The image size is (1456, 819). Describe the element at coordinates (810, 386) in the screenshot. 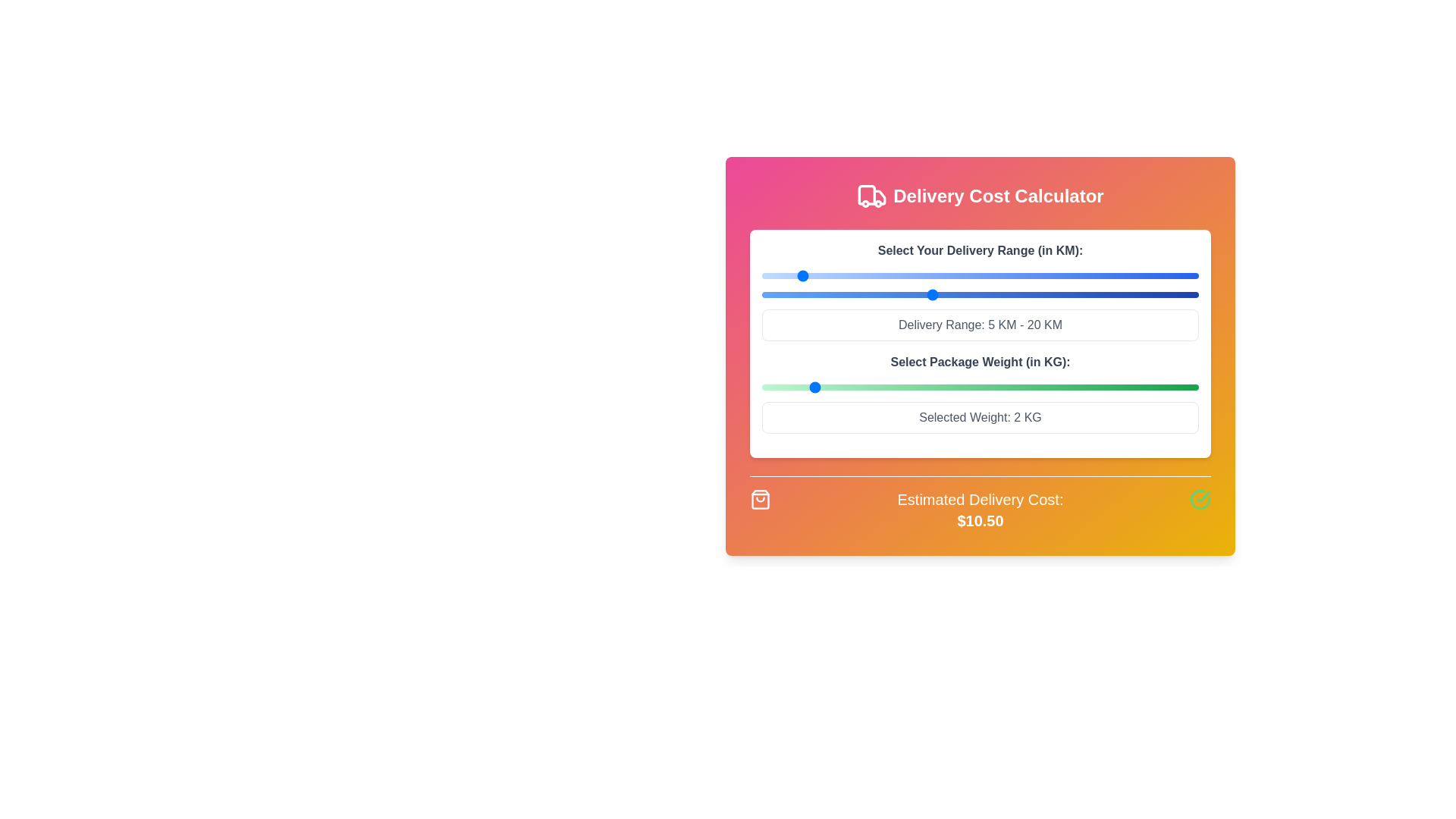

I see `the package weight` at that location.